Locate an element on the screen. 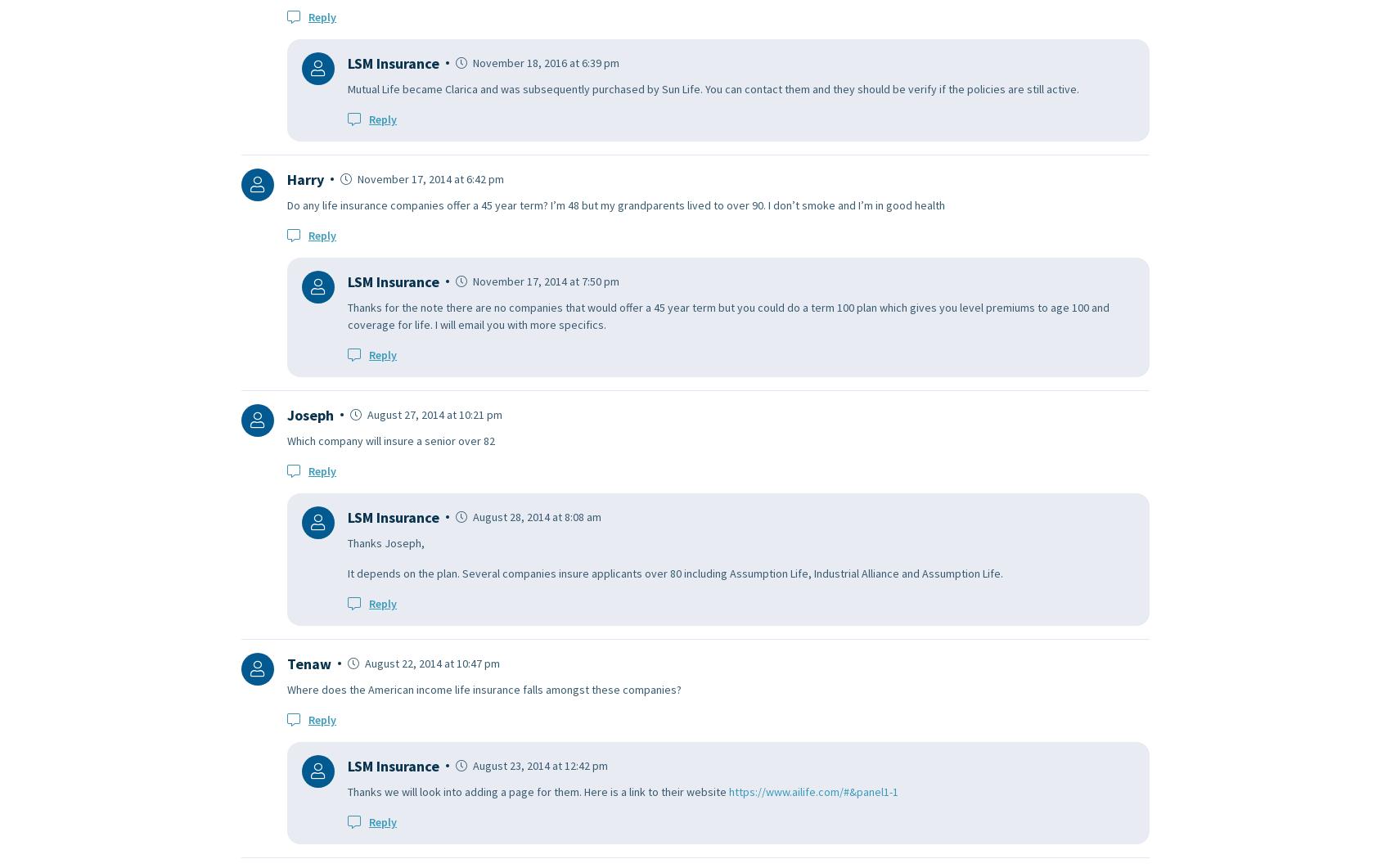 This screenshot has height=868, width=1391. 'Thanks Joseph,' is located at coordinates (348, 542).